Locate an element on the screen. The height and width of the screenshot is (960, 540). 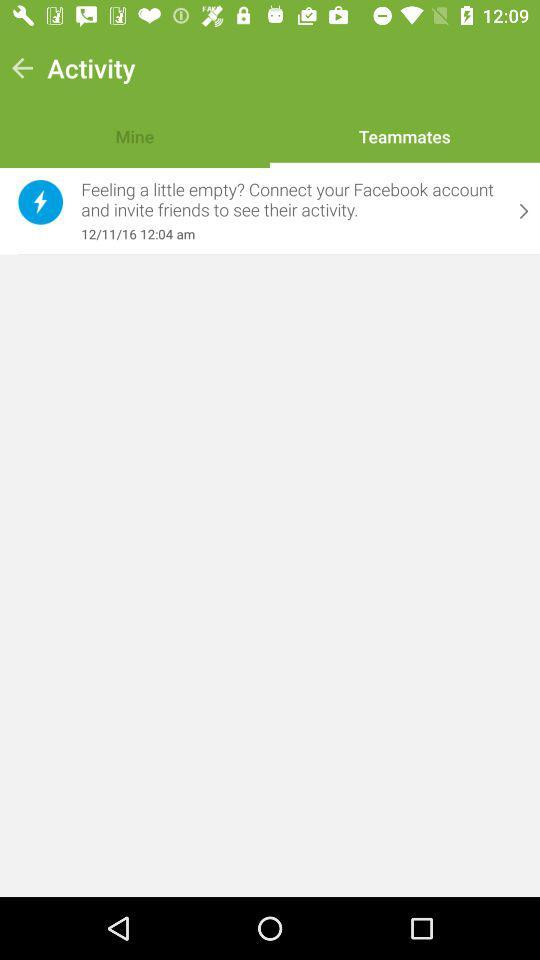
the item next to the feeling a little is located at coordinates (40, 202).